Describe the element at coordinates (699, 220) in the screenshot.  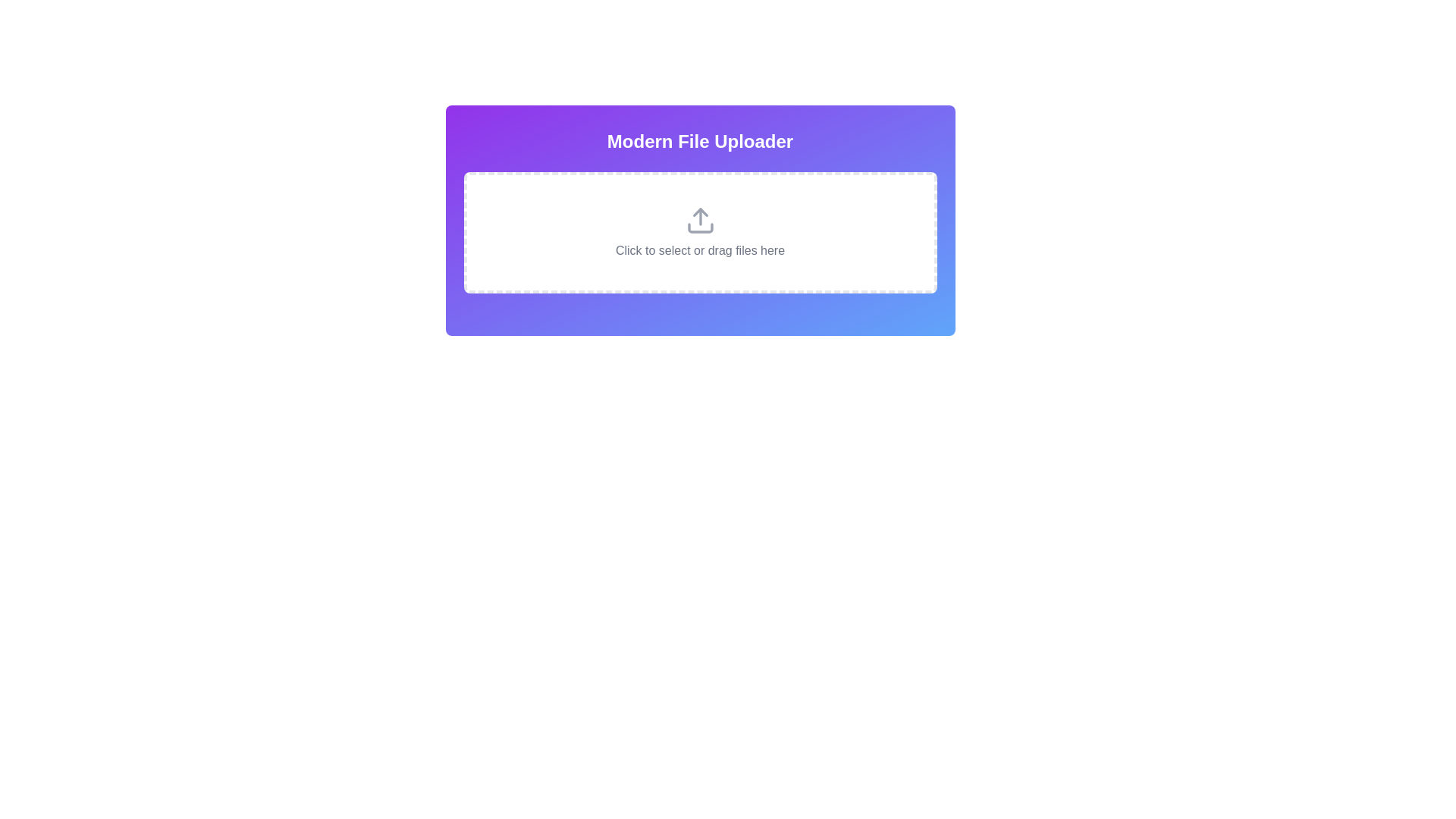
I see `the centered outlined icon depicting an upward arrow, located in the middle of the bordered white rectangular area labeled 'Click to select or drag files here'` at that location.